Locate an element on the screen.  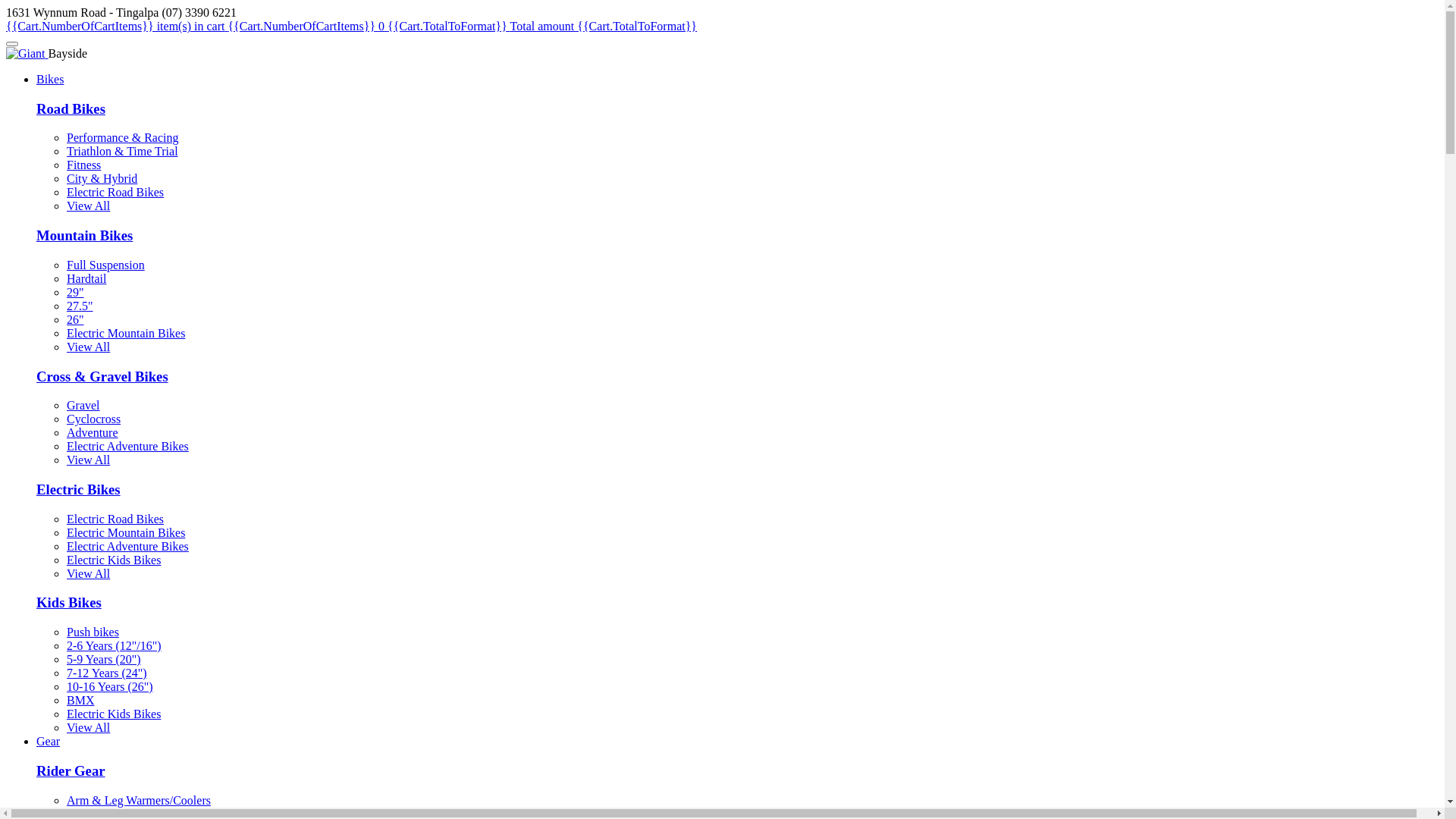
'27.5"' is located at coordinates (79, 306).